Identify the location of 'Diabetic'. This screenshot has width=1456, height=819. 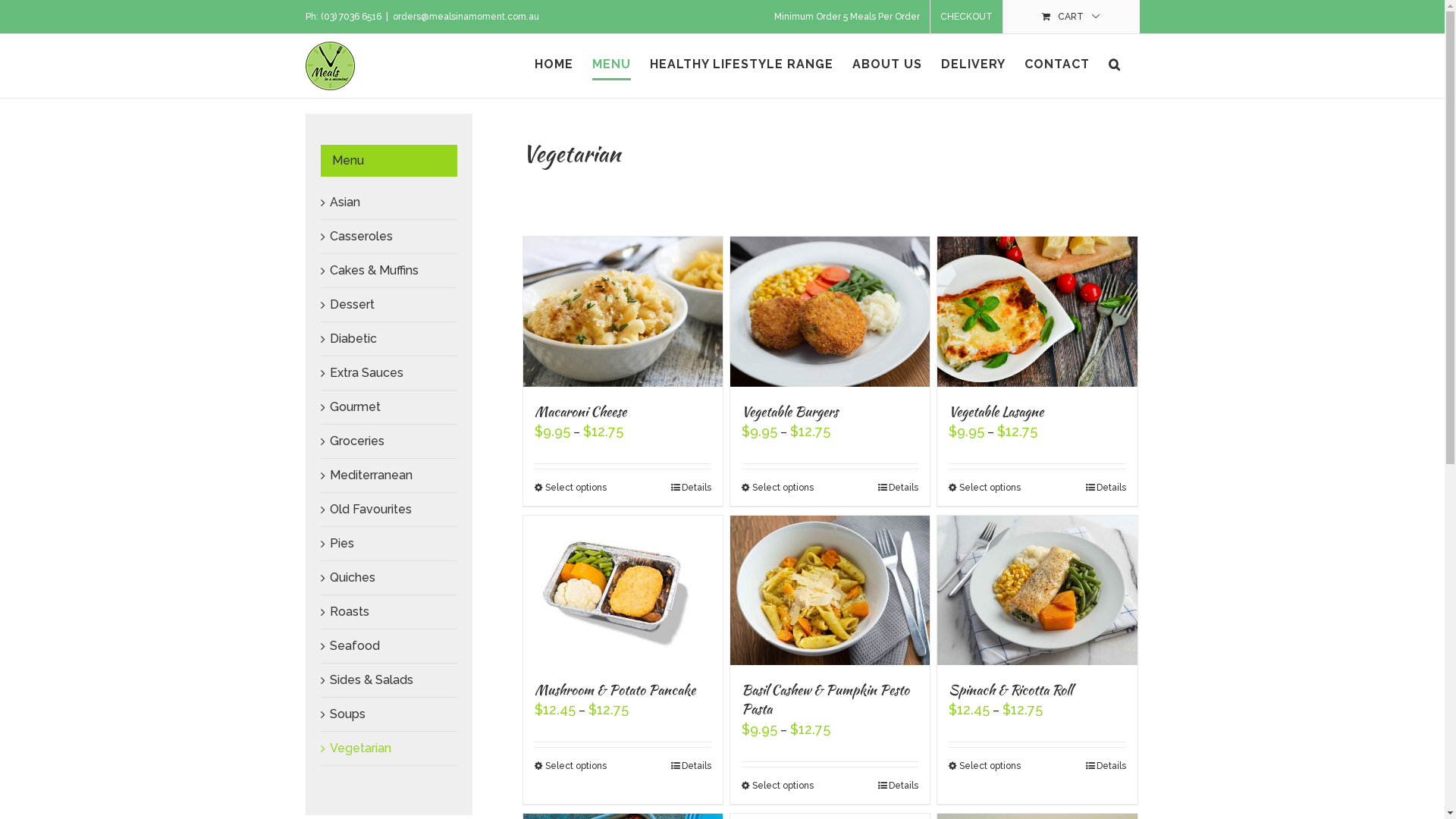
(352, 337).